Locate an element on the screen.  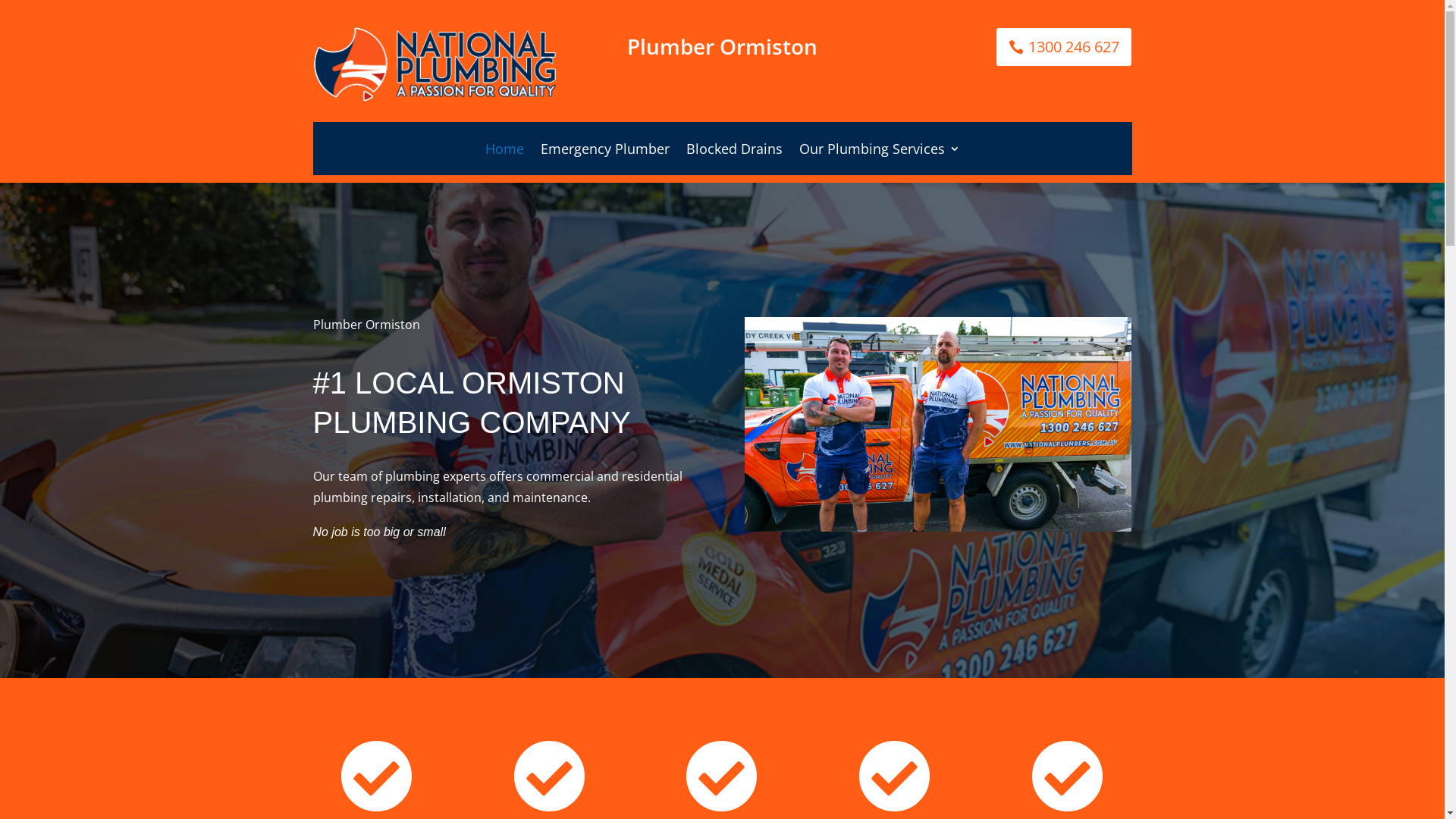
'Our Plumbing Services' is located at coordinates (799, 152).